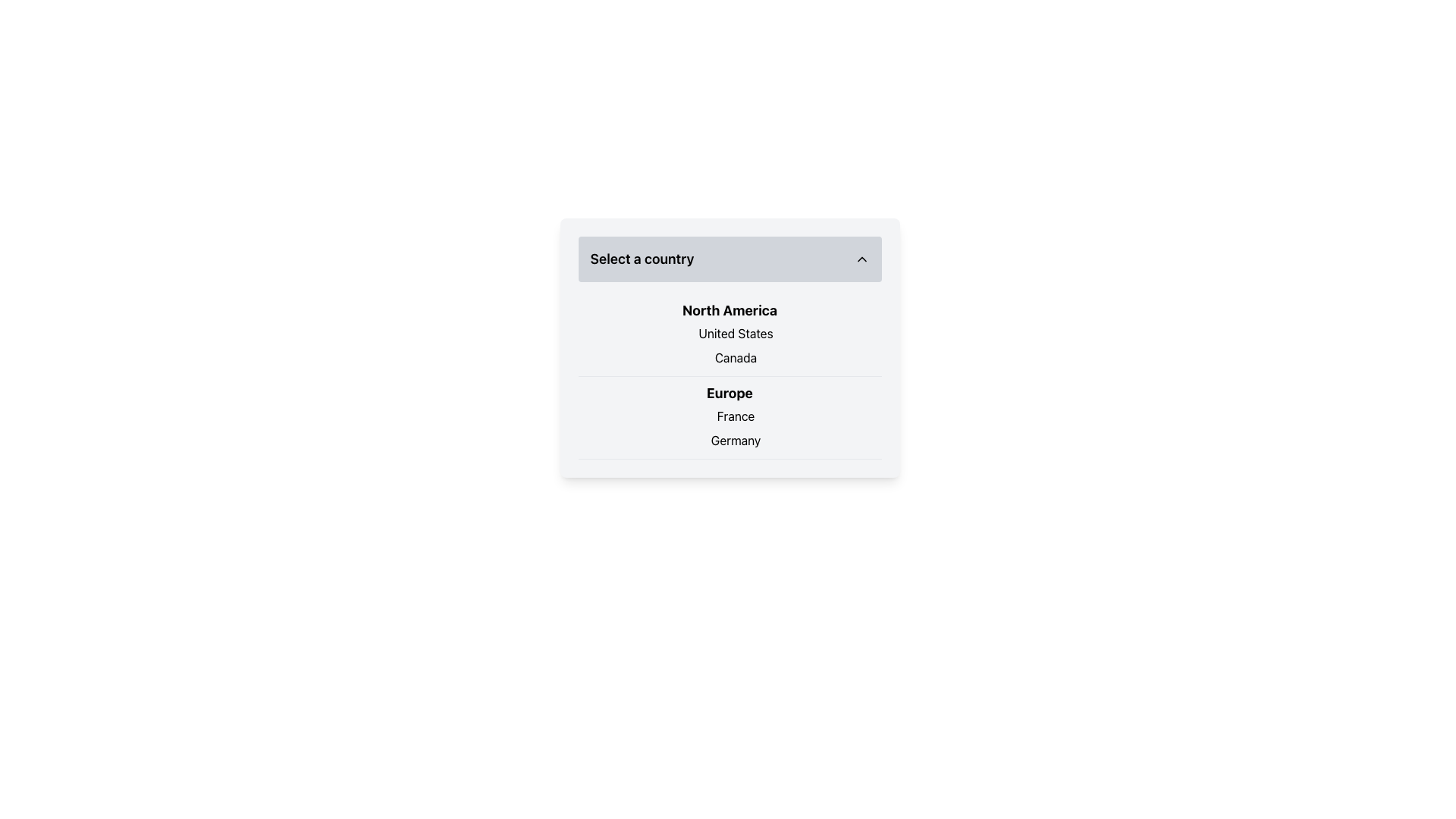 Image resolution: width=1456 pixels, height=819 pixels. What do you see at coordinates (730, 334) in the screenshot?
I see `the 'United States' option within the 'North America' dropdown list group, which is positioned centrally within the dropdown menu below the 'Select a country' button` at bounding box center [730, 334].